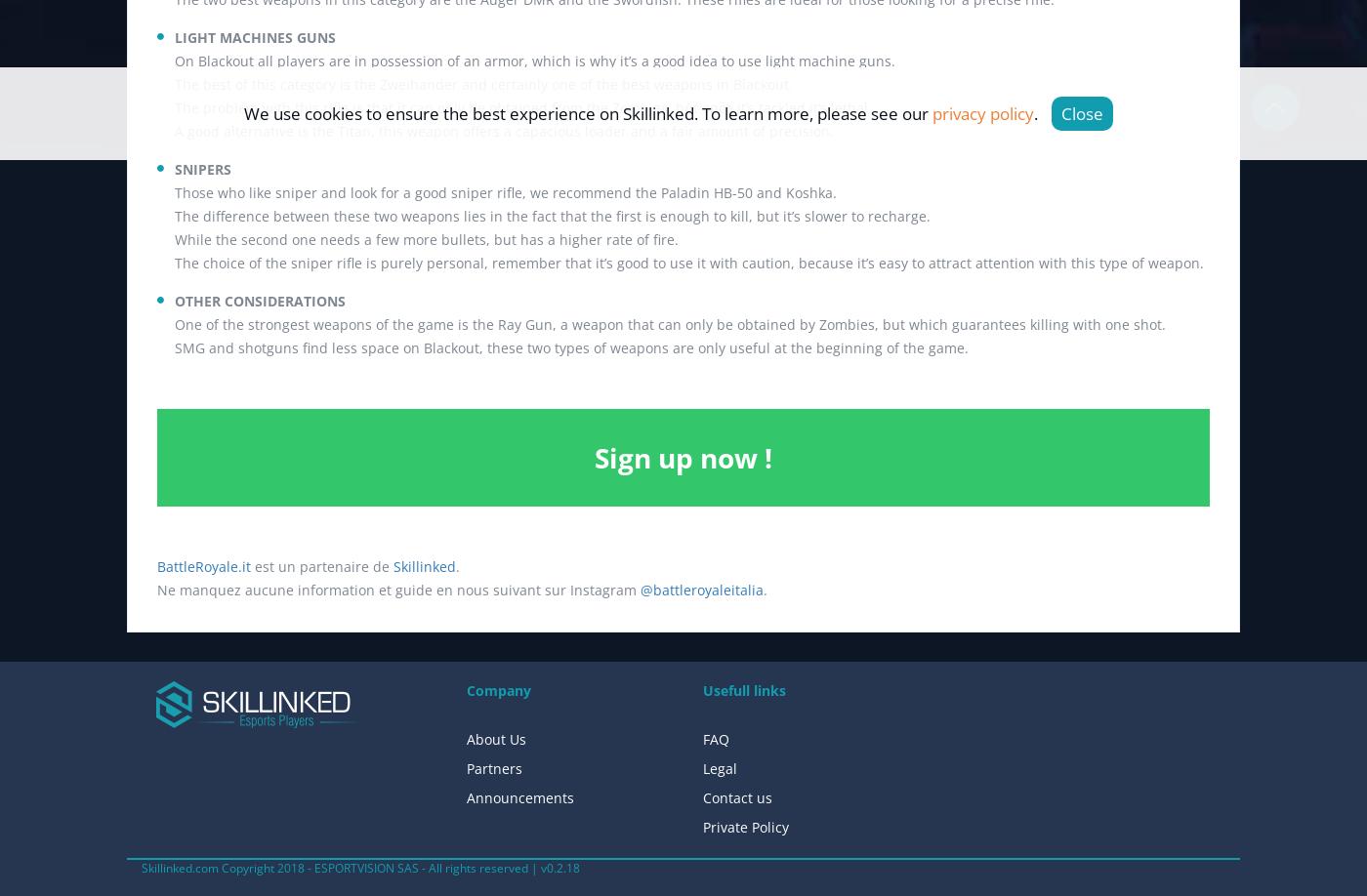  Describe the element at coordinates (495, 738) in the screenshot. I see `'About Us'` at that location.